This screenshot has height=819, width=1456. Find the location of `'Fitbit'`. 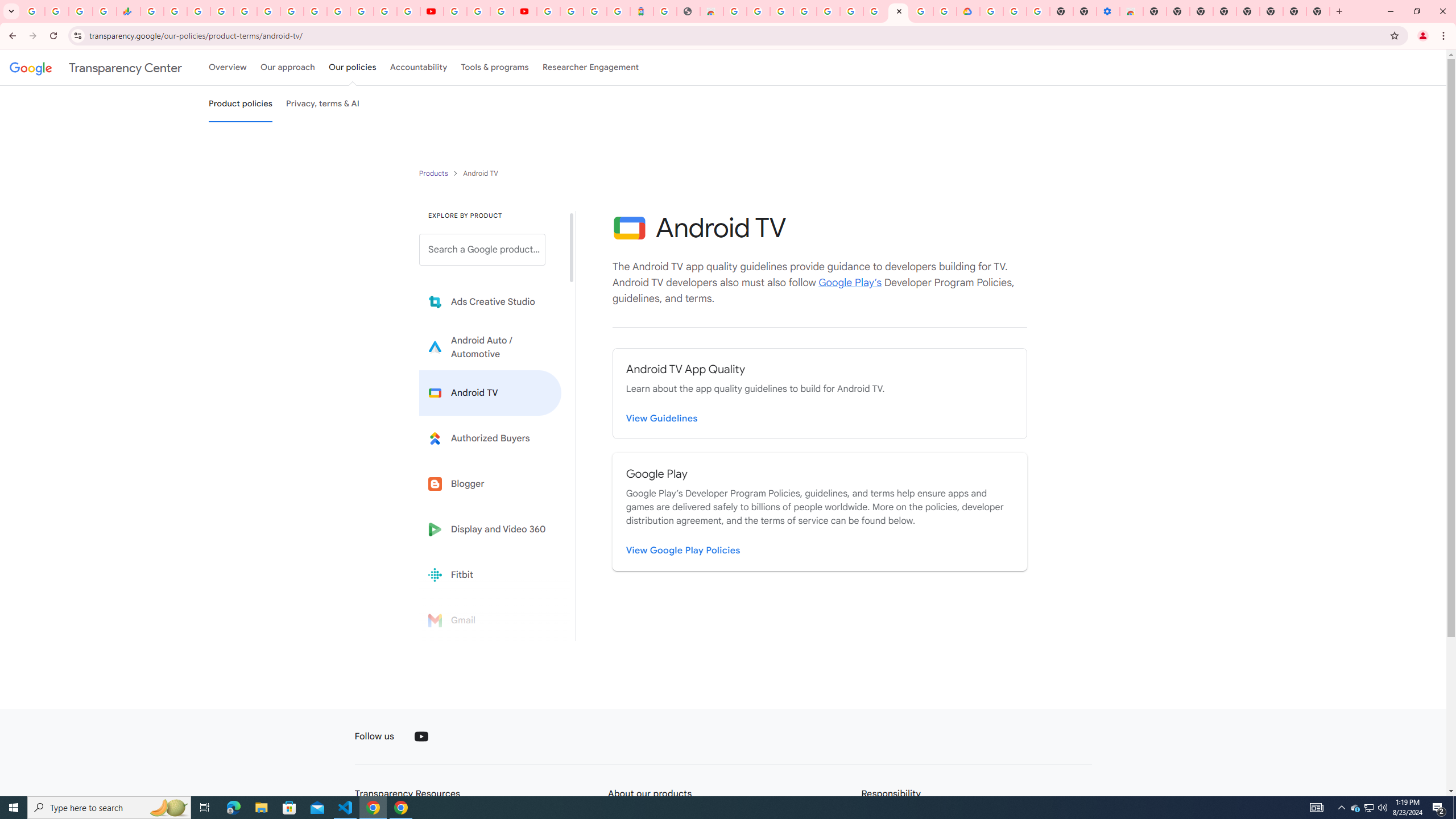

'Fitbit' is located at coordinates (490, 574).